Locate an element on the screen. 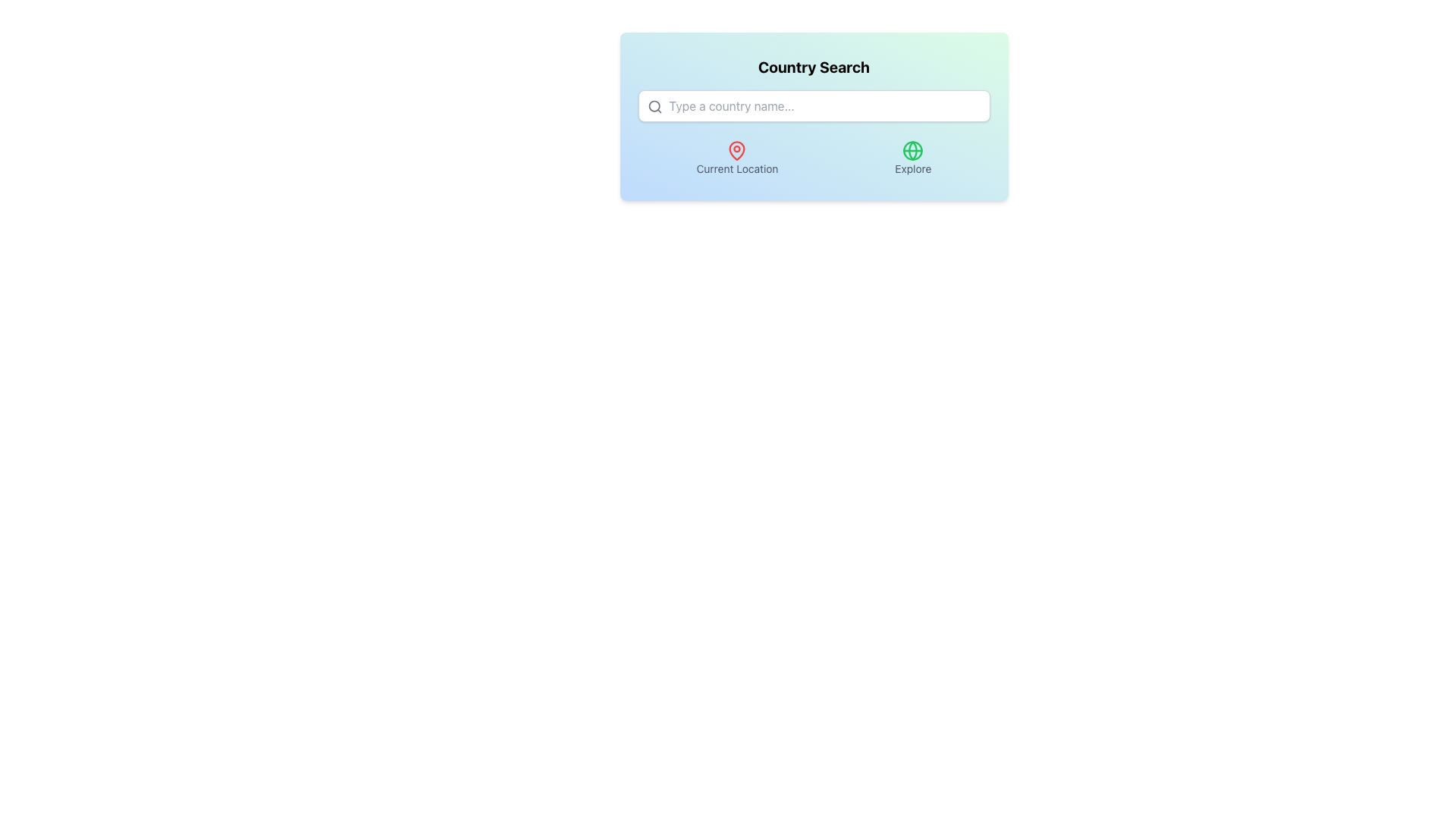  the 'Current Location' text label, which is styled with a small font size and gray color, located beneath the map pin icon is located at coordinates (737, 169).